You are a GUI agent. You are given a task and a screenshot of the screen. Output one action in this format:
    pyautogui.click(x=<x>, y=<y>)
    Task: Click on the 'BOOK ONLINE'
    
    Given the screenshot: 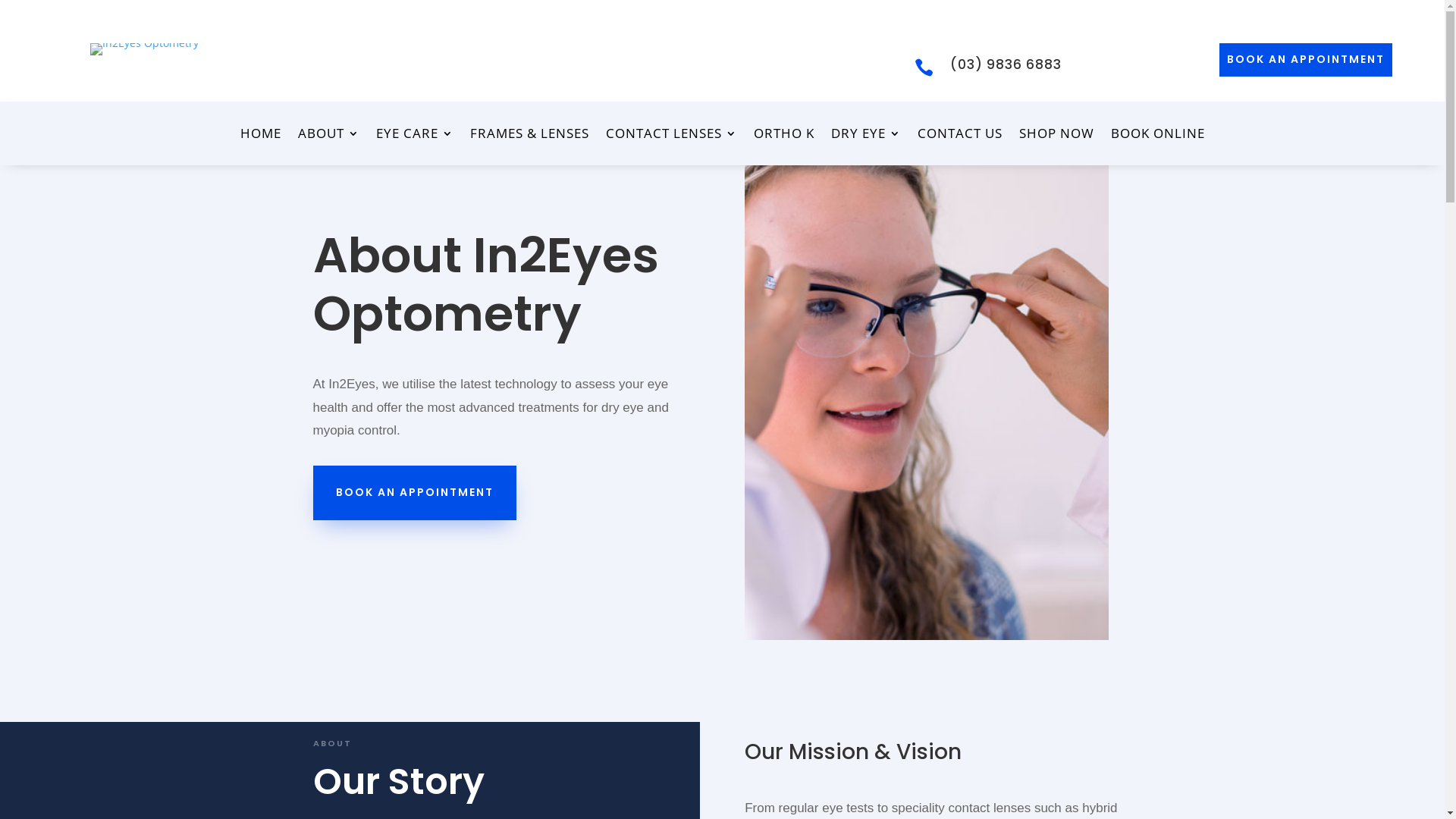 What is the action you would take?
    pyautogui.click(x=1156, y=136)
    